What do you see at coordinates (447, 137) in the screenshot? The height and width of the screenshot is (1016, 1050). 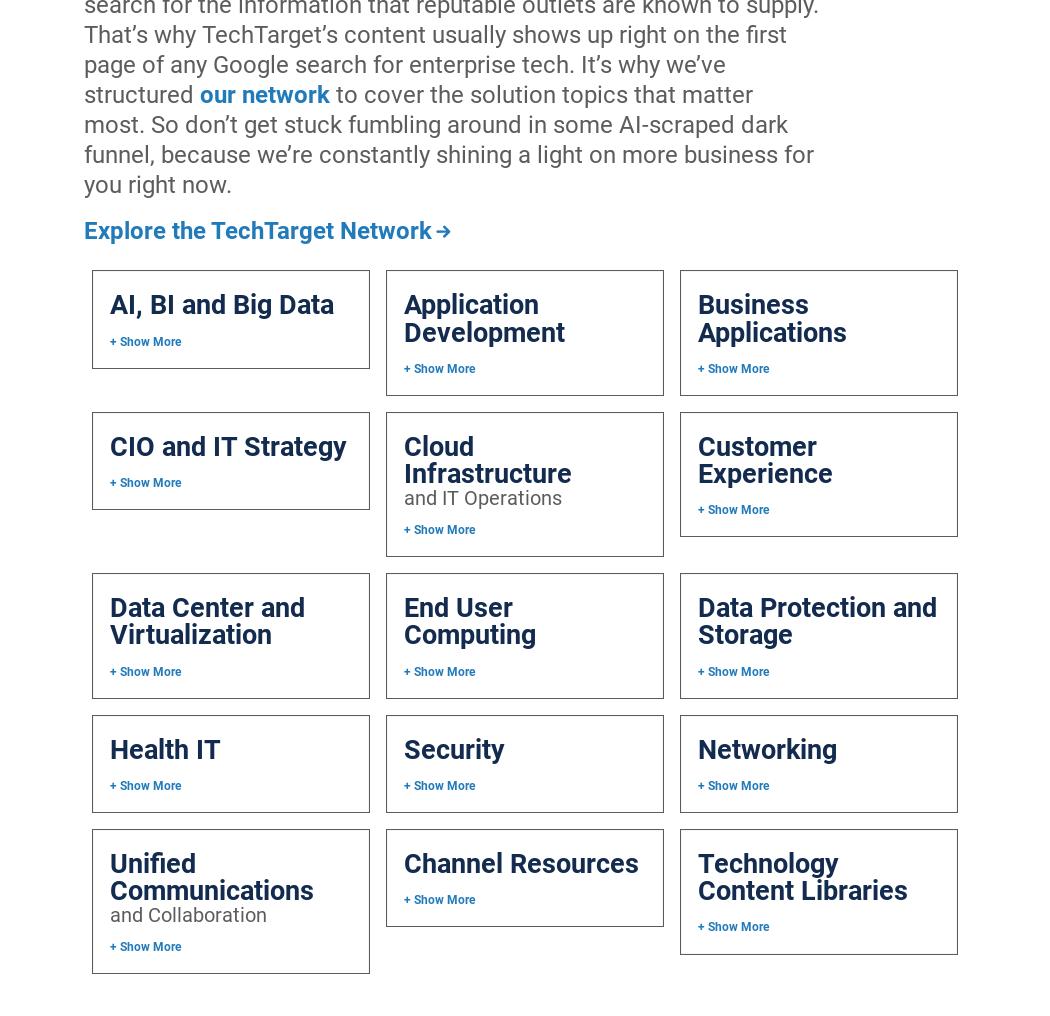 I see `'to cover the solution topics that matter most. So don’t get stuck fumbling around in some AI-scraped dark funnel, because we’re constantly shining a light on more business for you right now.'` at bounding box center [447, 137].